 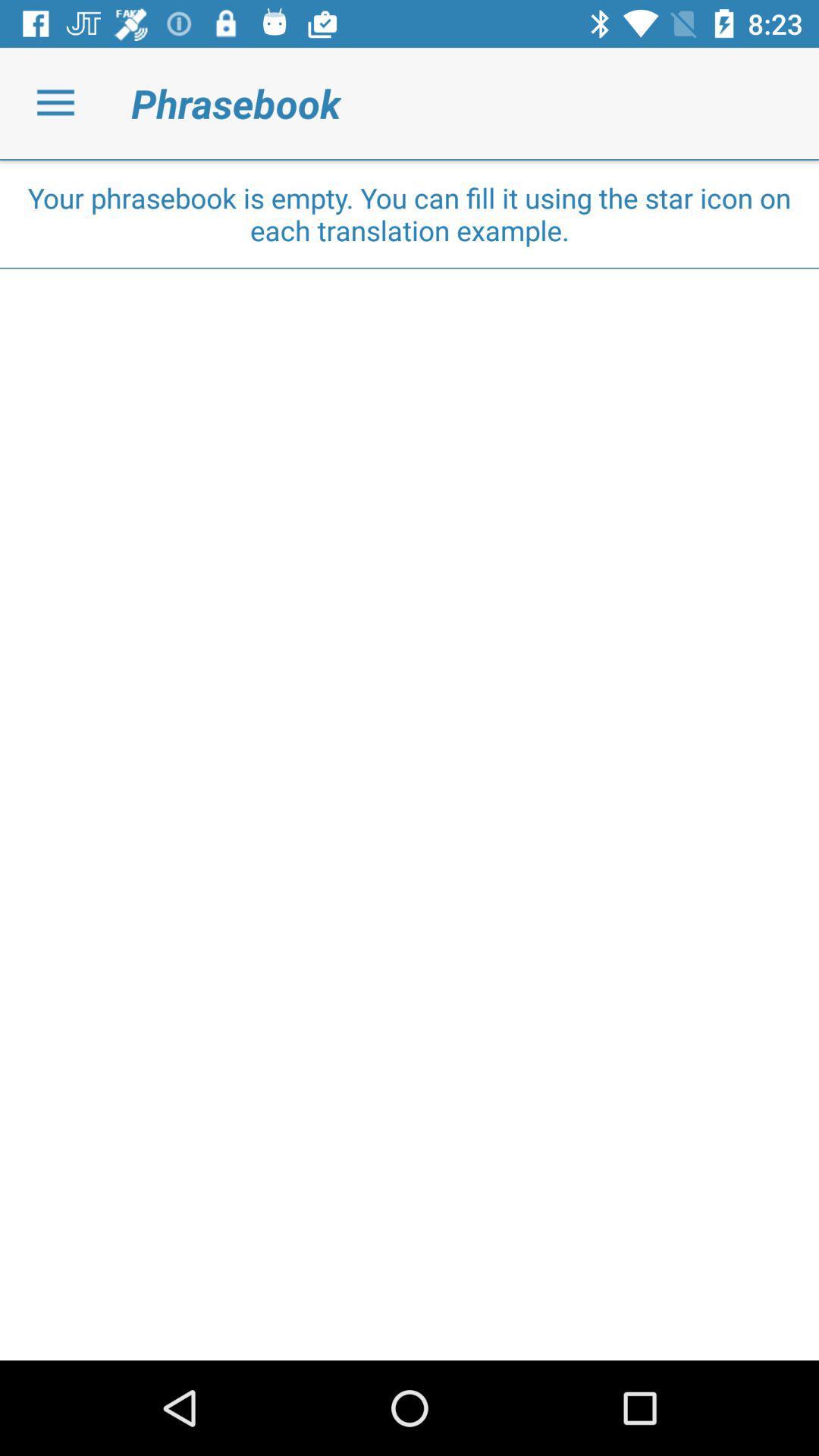 I want to click on the your phrasebook is icon, so click(x=409, y=213).